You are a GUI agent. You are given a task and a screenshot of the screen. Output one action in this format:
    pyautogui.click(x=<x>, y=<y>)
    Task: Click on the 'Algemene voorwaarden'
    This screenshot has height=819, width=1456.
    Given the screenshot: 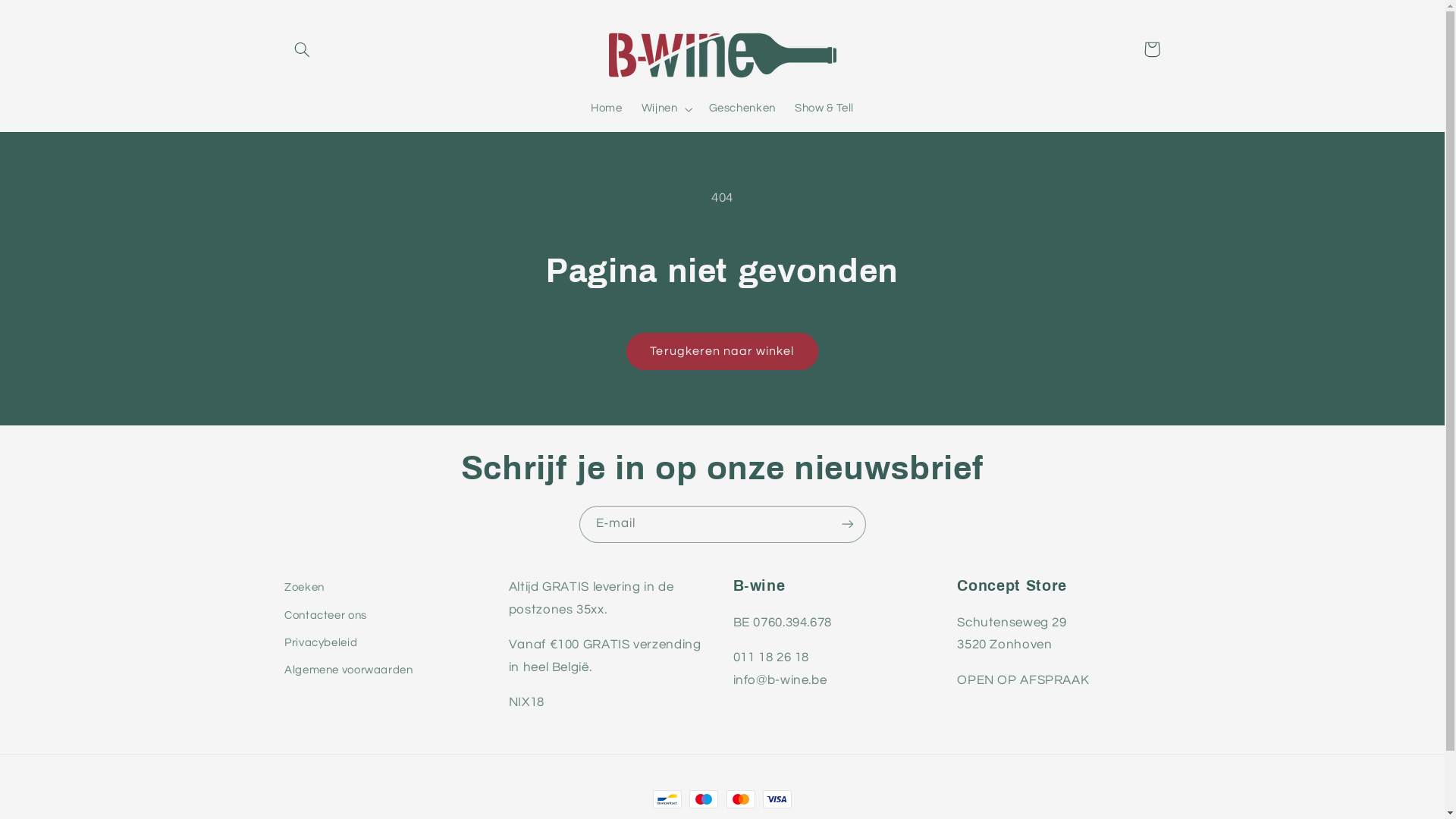 What is the action you would take?
    pyautogui.click(x=348, y=669)
    